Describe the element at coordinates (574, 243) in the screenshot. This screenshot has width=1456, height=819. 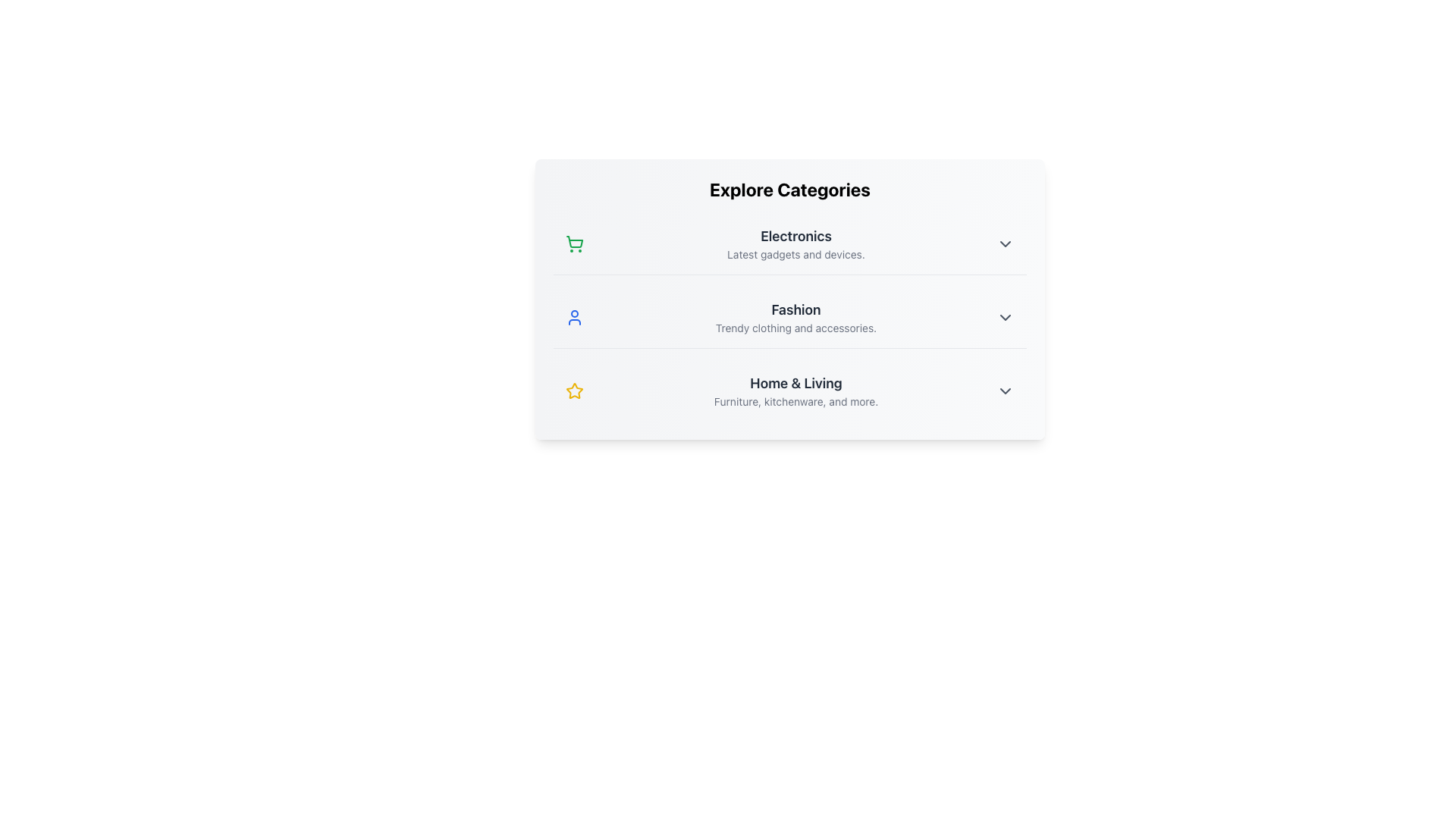
I see `the small green shopping cart icon located to the left of the 'Electronics' row` at that location.